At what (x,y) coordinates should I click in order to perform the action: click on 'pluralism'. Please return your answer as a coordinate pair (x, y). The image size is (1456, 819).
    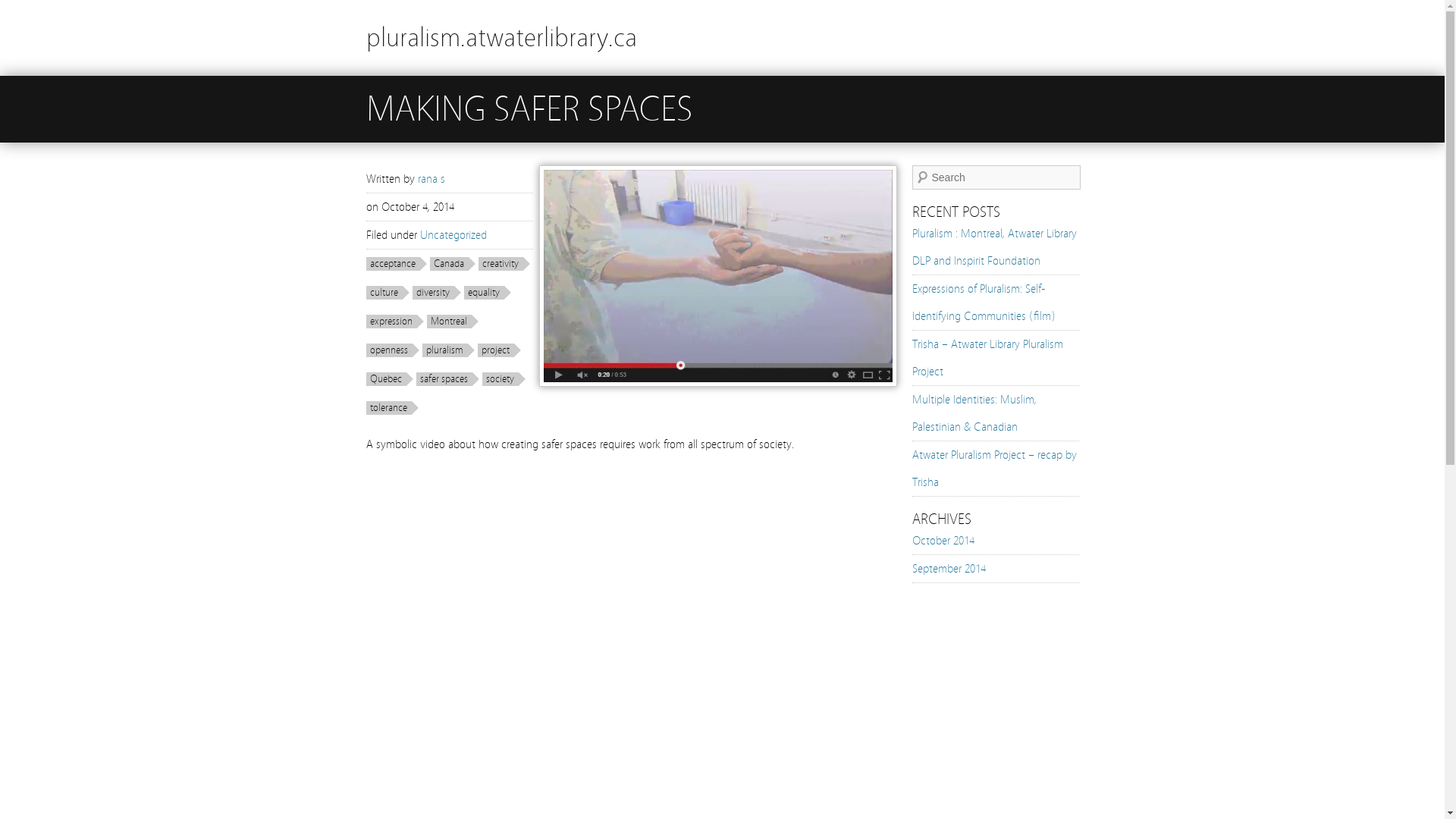
    Looking at the image, I should click on (447, 350).